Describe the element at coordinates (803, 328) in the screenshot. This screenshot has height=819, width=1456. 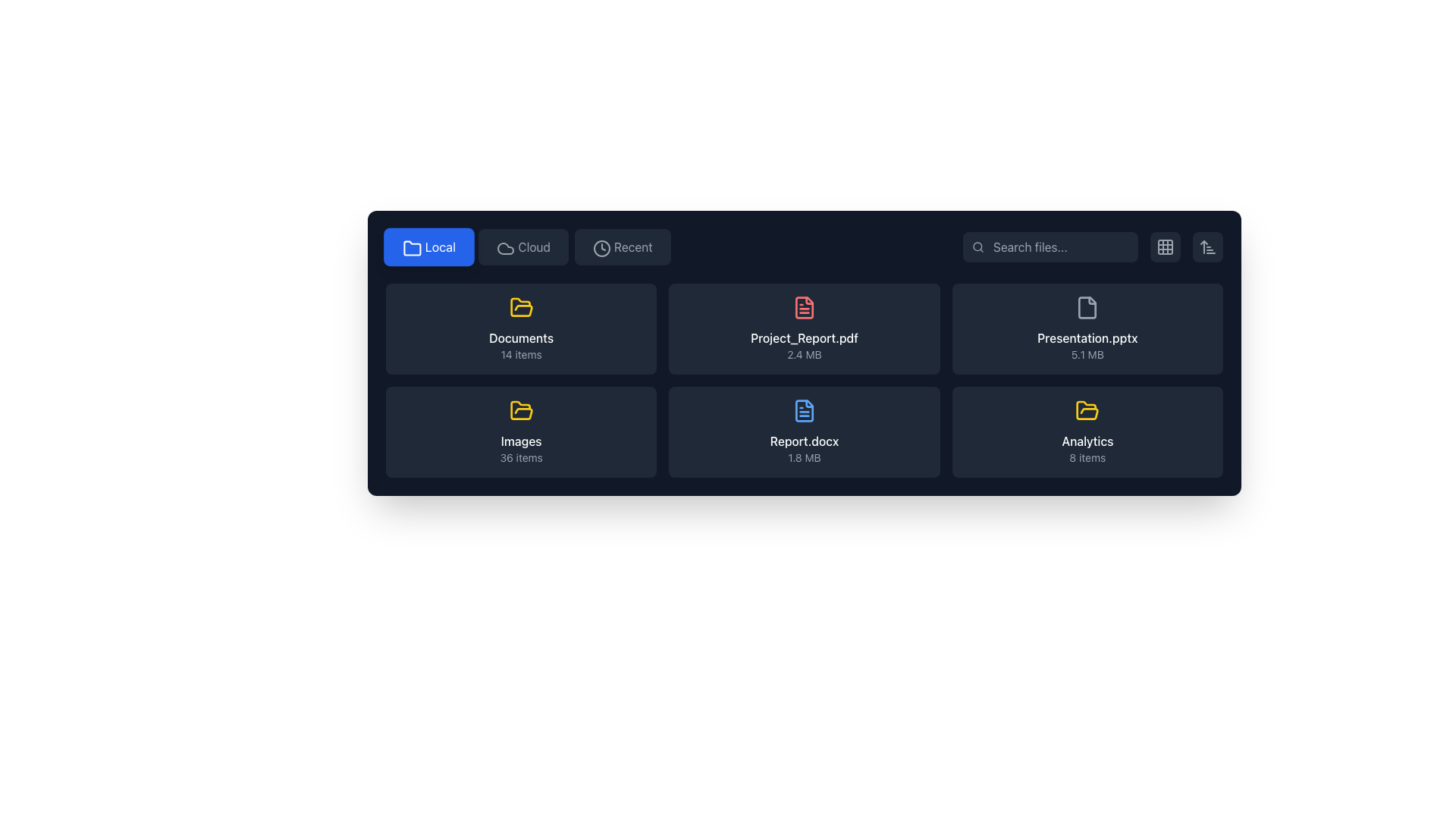
I see `the 'Project_Report.pdf' file card located centrally in the second row of the grid` at that location.